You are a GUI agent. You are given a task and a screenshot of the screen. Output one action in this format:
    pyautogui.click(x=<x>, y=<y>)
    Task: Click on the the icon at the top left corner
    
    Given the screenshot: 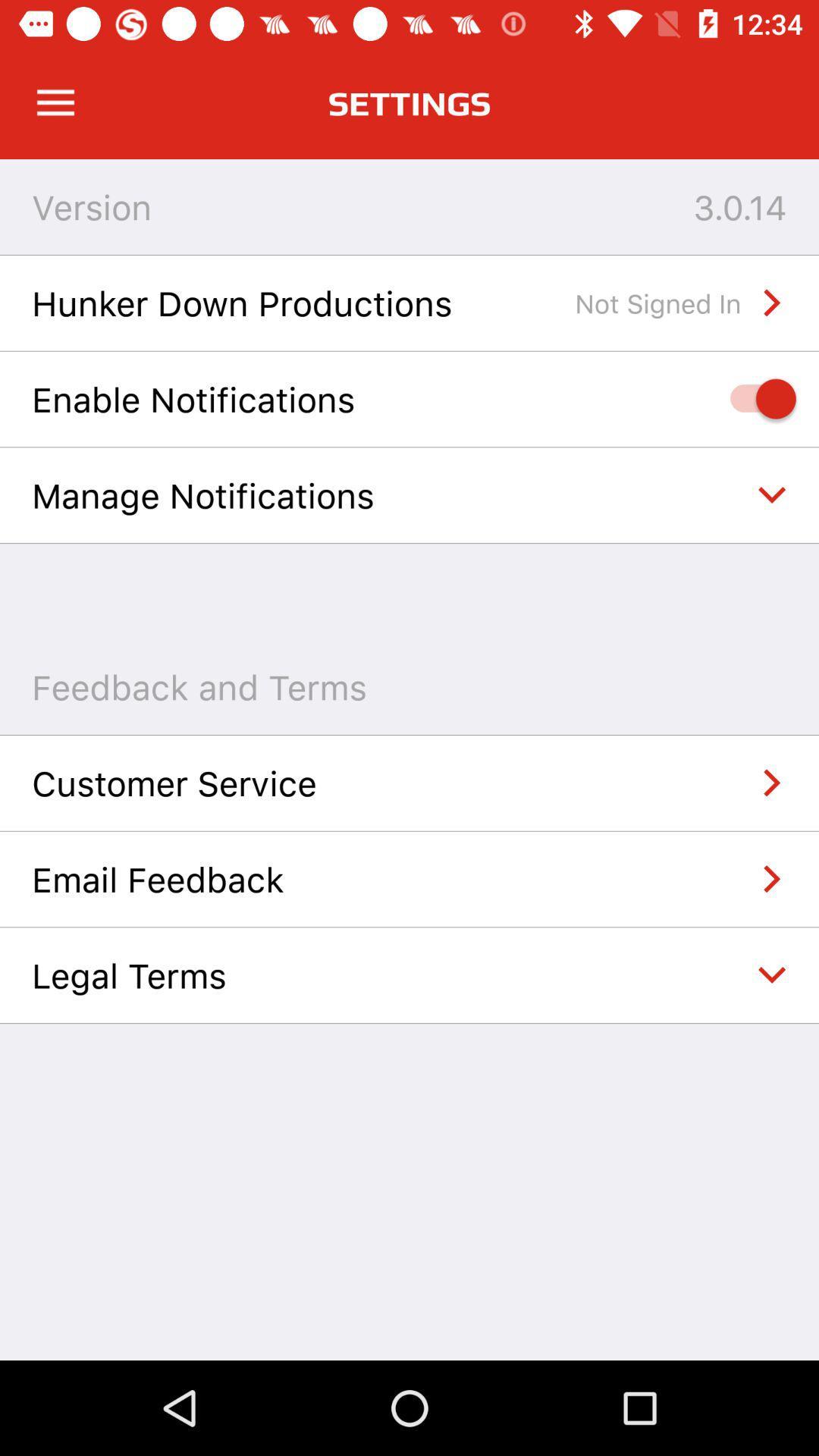 What is the action you would take?
    pyautogui.click(x=55, y=102)
    